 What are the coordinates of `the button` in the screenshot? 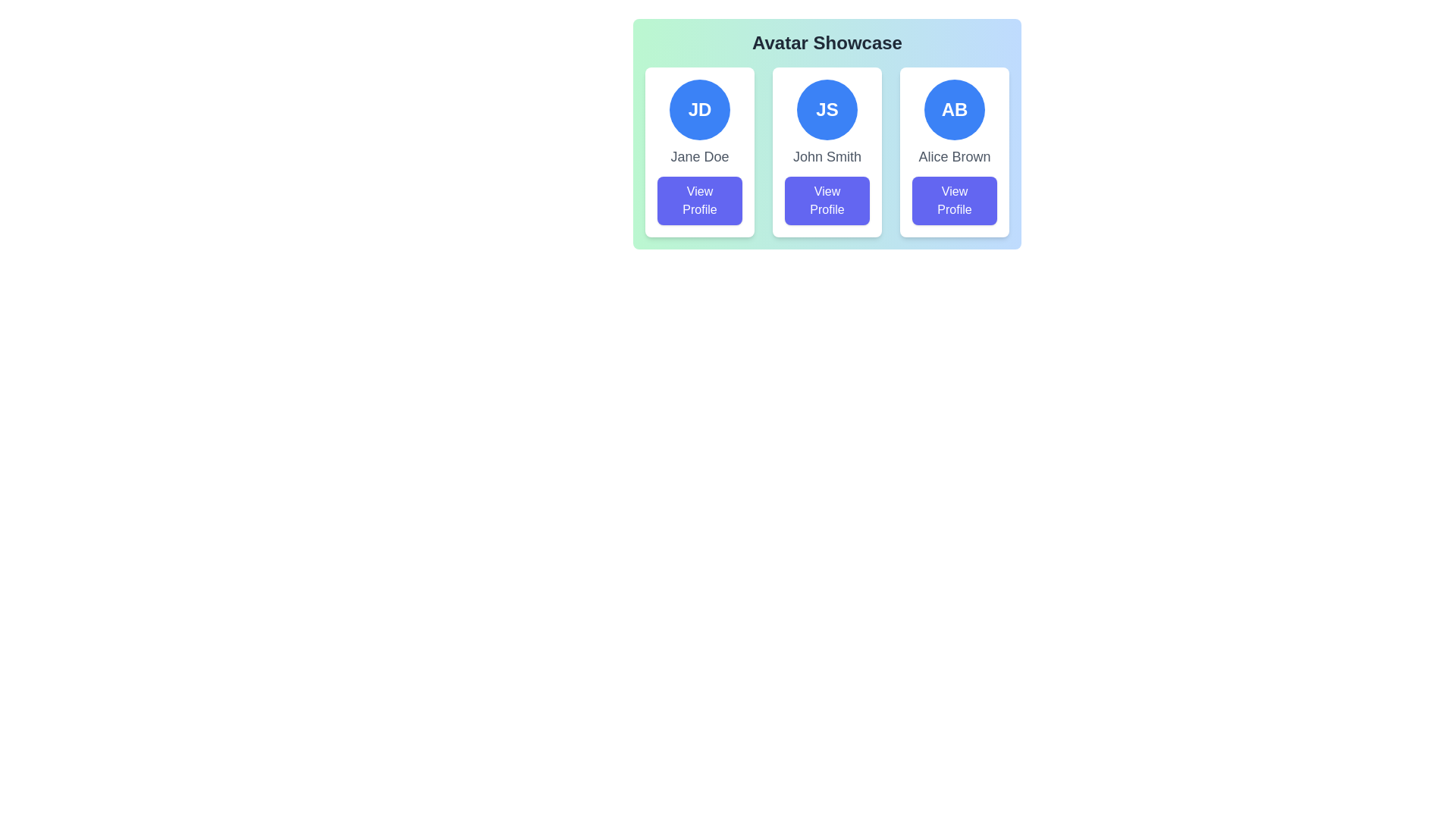 It's located at (953, 200).